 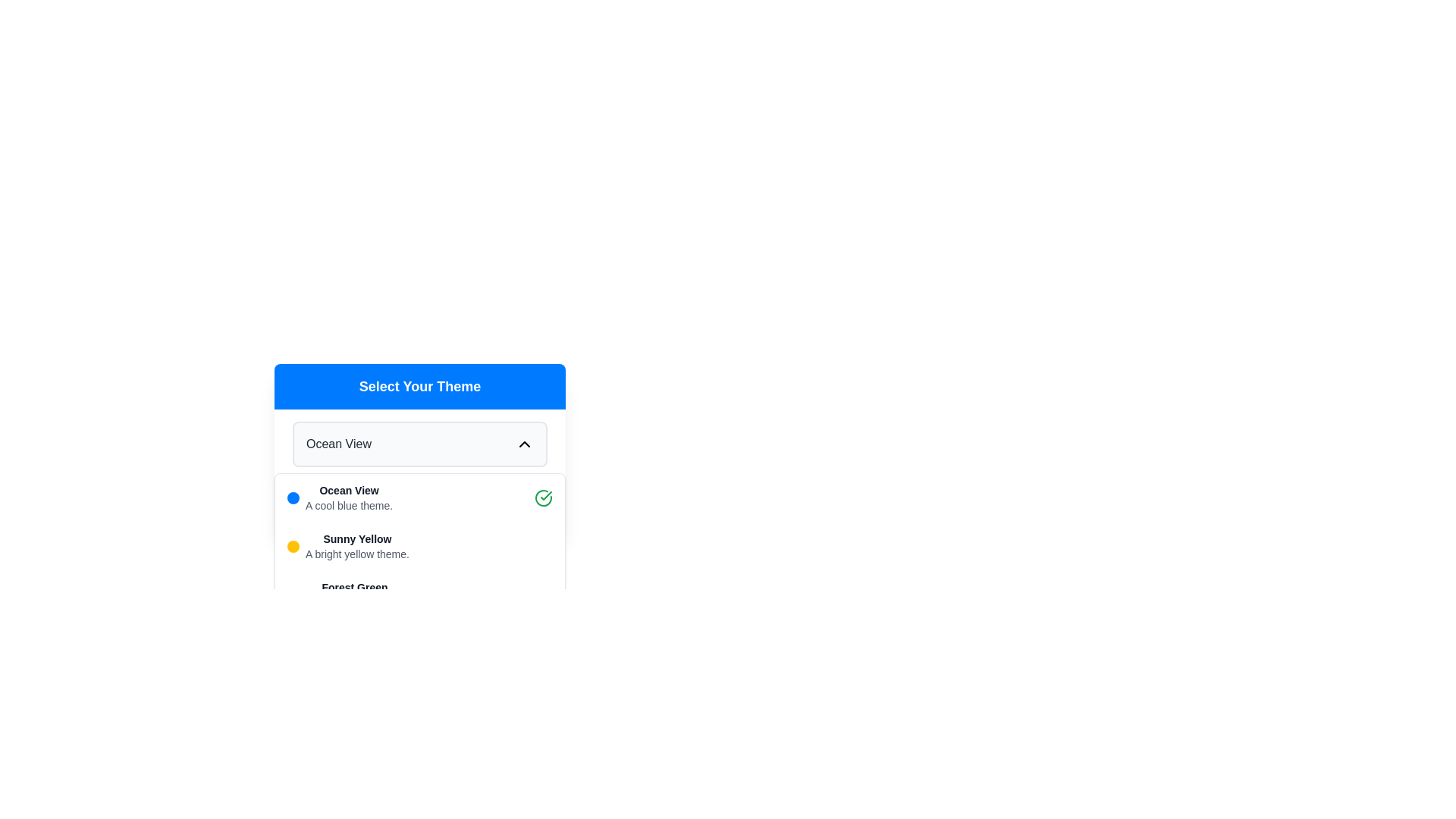 What do you see at coordinates (419, 547) in the screenshot?
I see `the 'Sunny Yellow' theme option in the dropdown menu` at bounding box center [419, 547].